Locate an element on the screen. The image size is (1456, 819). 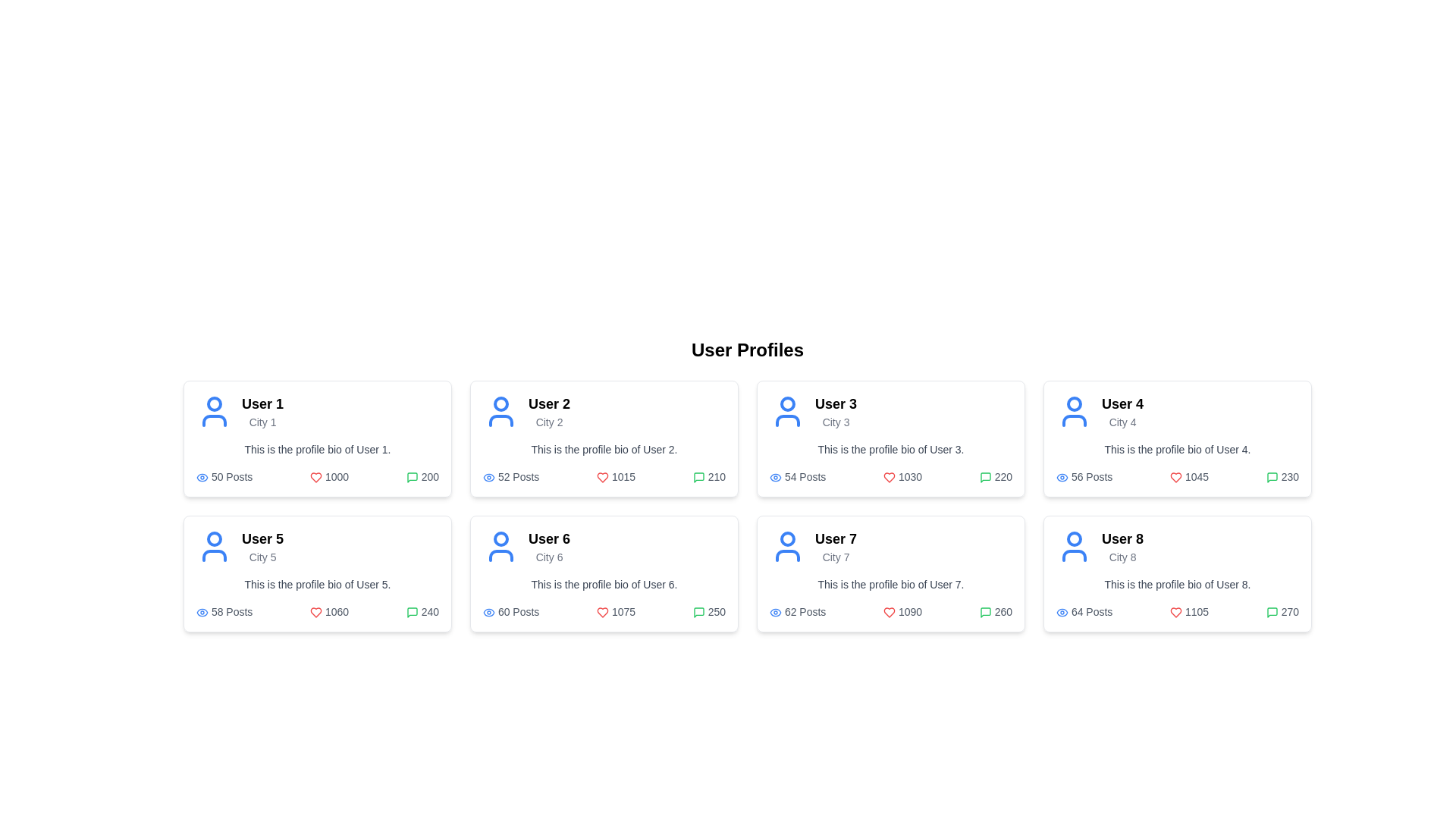
the label displaying the city name 'City 5', which is styled in a smaller font size with a gray color, located below 'User 5' within the same card in the bottom left corner of the grid of user profiles is located at coordinates (262, 557).